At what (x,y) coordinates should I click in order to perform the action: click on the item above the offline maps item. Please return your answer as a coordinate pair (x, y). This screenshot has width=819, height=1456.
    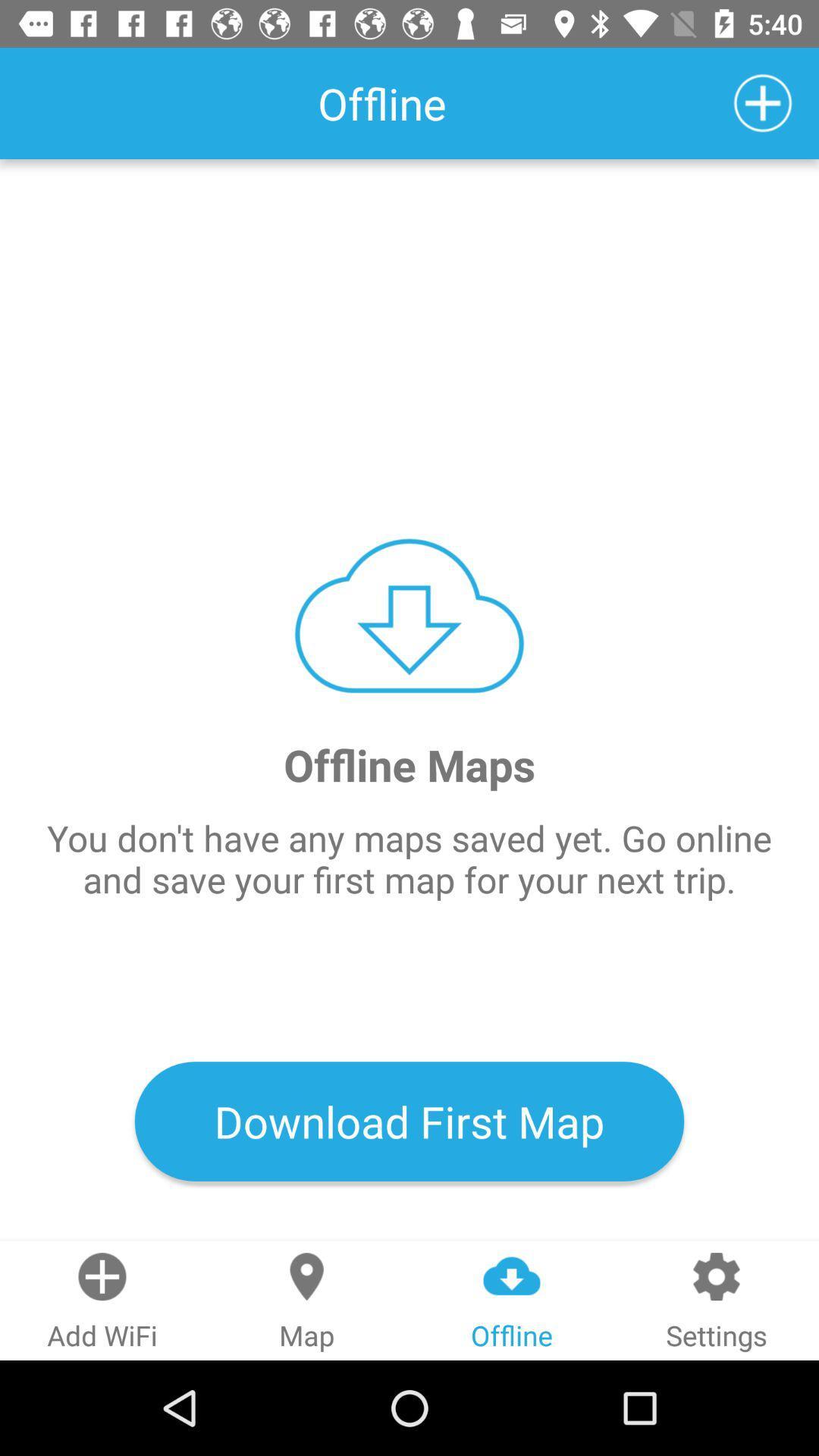
    Looking at the image, I should click on (763, 102).